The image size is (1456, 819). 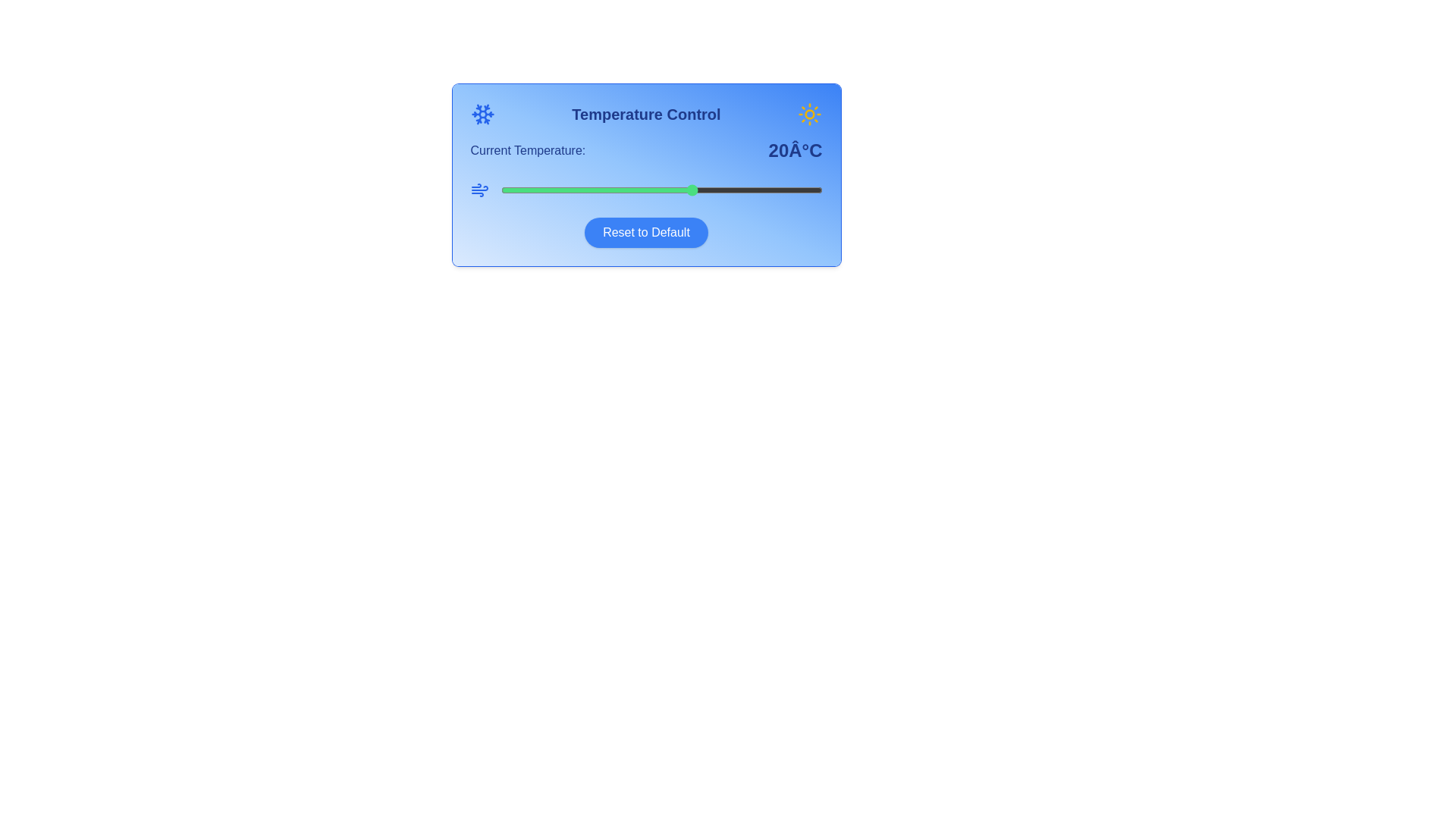 What do you see at coordinates (739, 189) in the screenshot?
I see `the temperature slider` at bounding box center [739, 189].